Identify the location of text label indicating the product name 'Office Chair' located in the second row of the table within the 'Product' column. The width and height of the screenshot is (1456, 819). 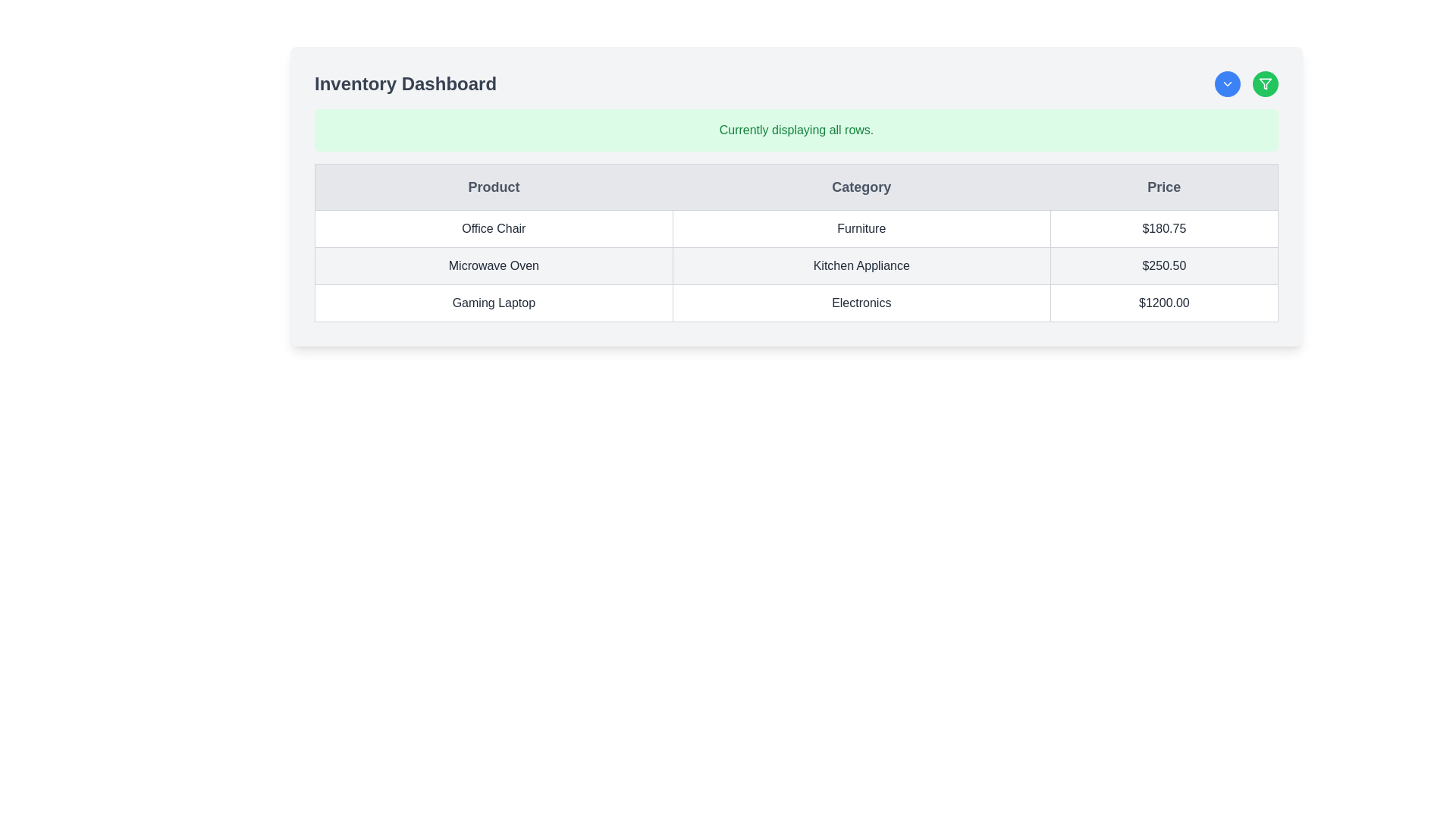
(494, 228).